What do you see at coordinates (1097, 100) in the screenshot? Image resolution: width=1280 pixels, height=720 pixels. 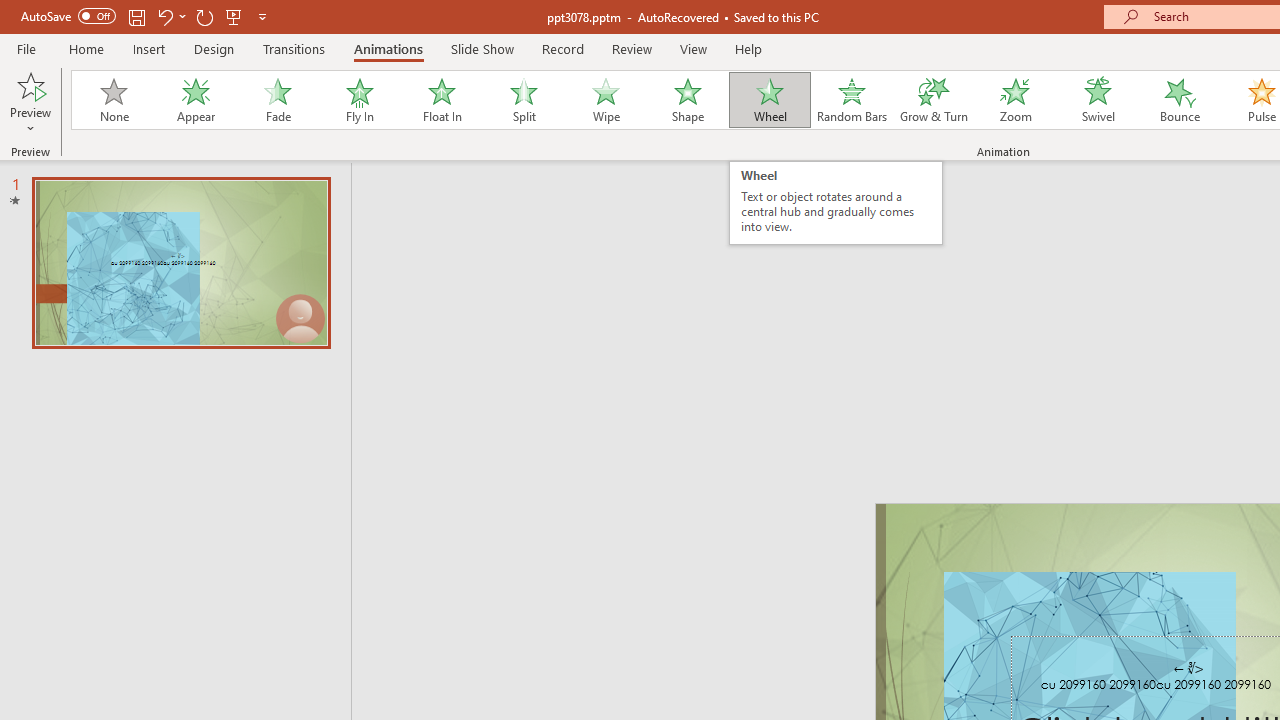 I see `'Swivel'` at bounding box center [1097, 100].